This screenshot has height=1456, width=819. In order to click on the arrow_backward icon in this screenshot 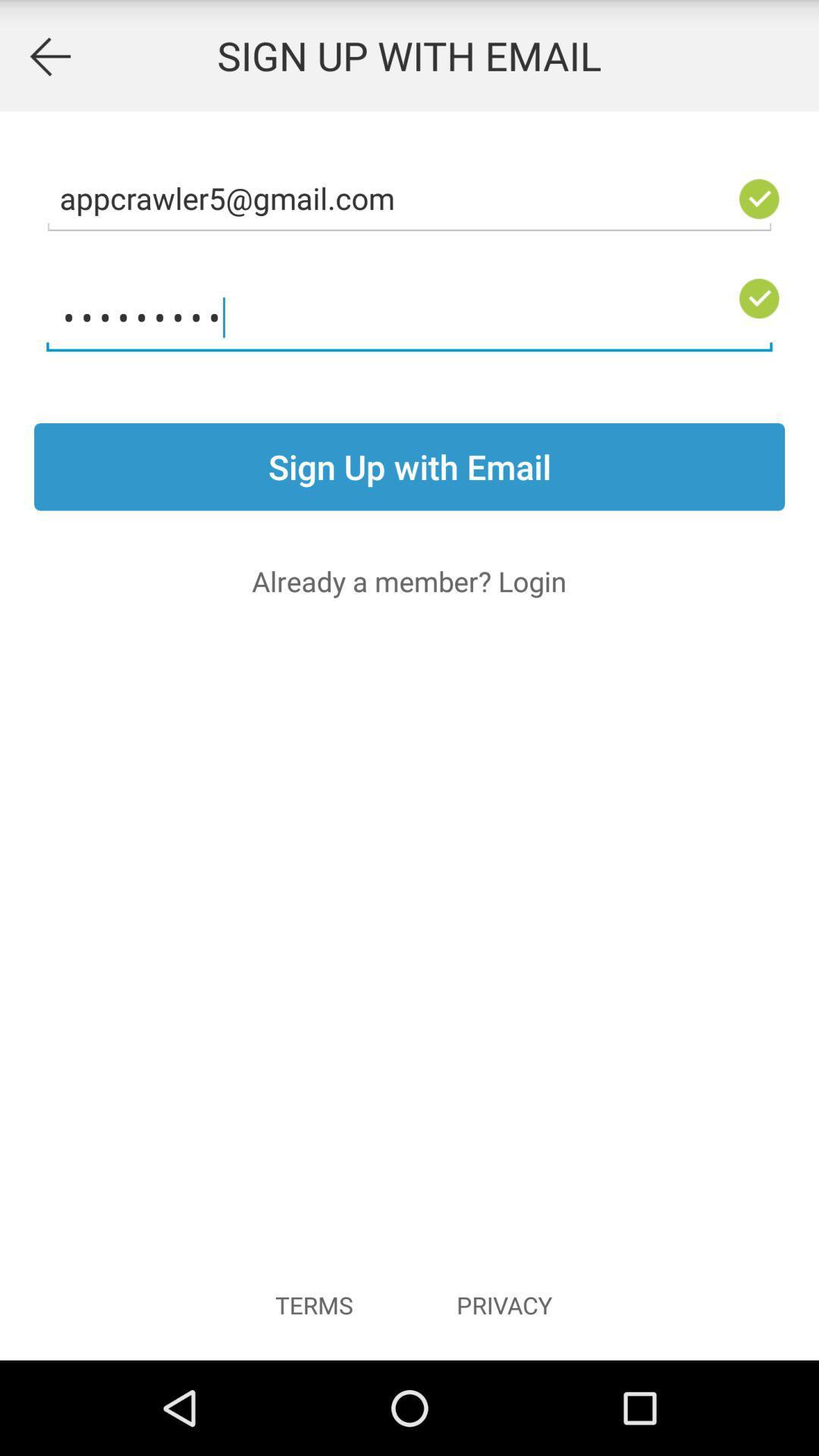, I will do `click(49, 59)`.